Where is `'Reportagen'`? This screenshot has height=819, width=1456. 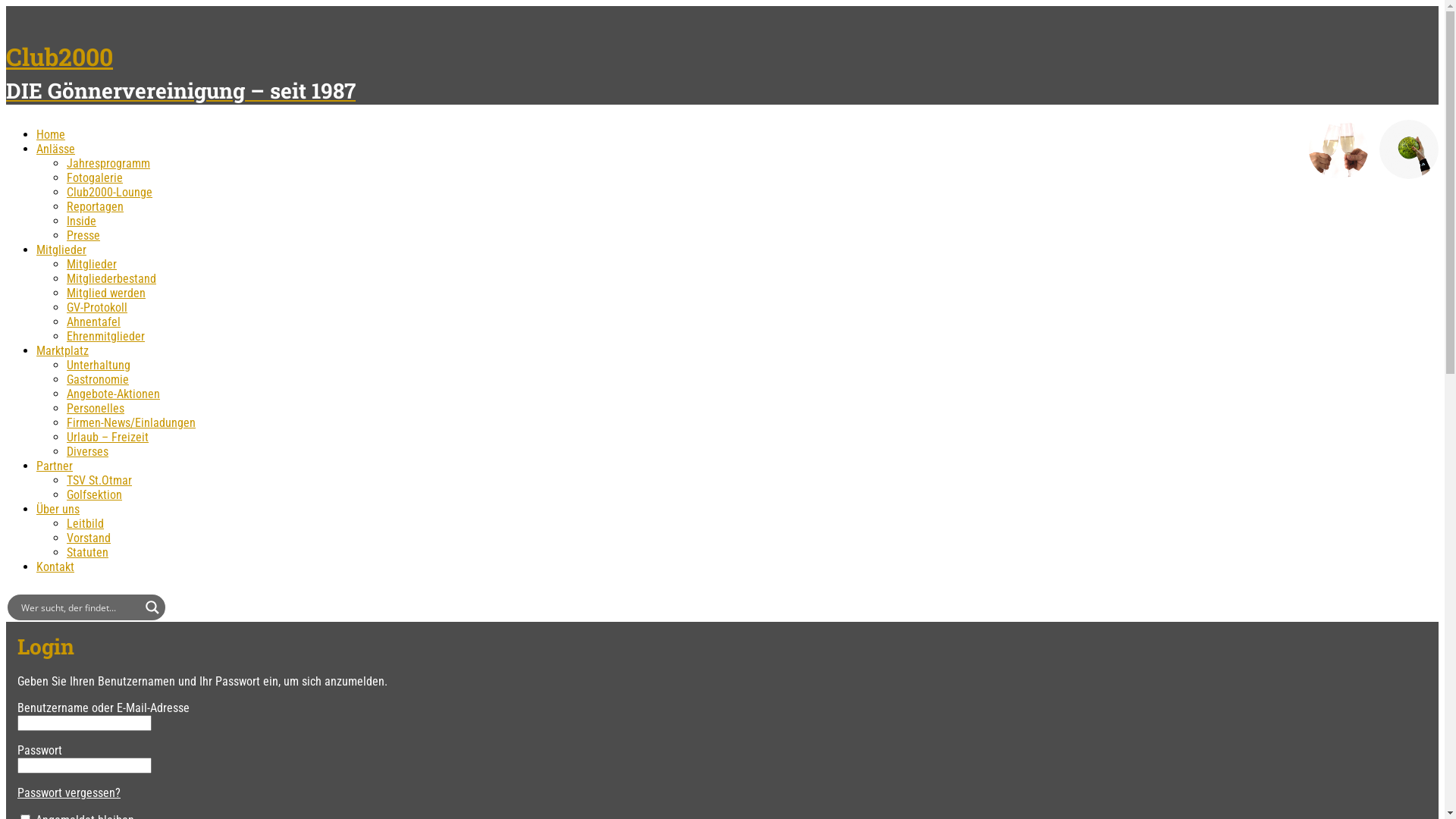 'Reportagen' is located at coordinates (94, 206).